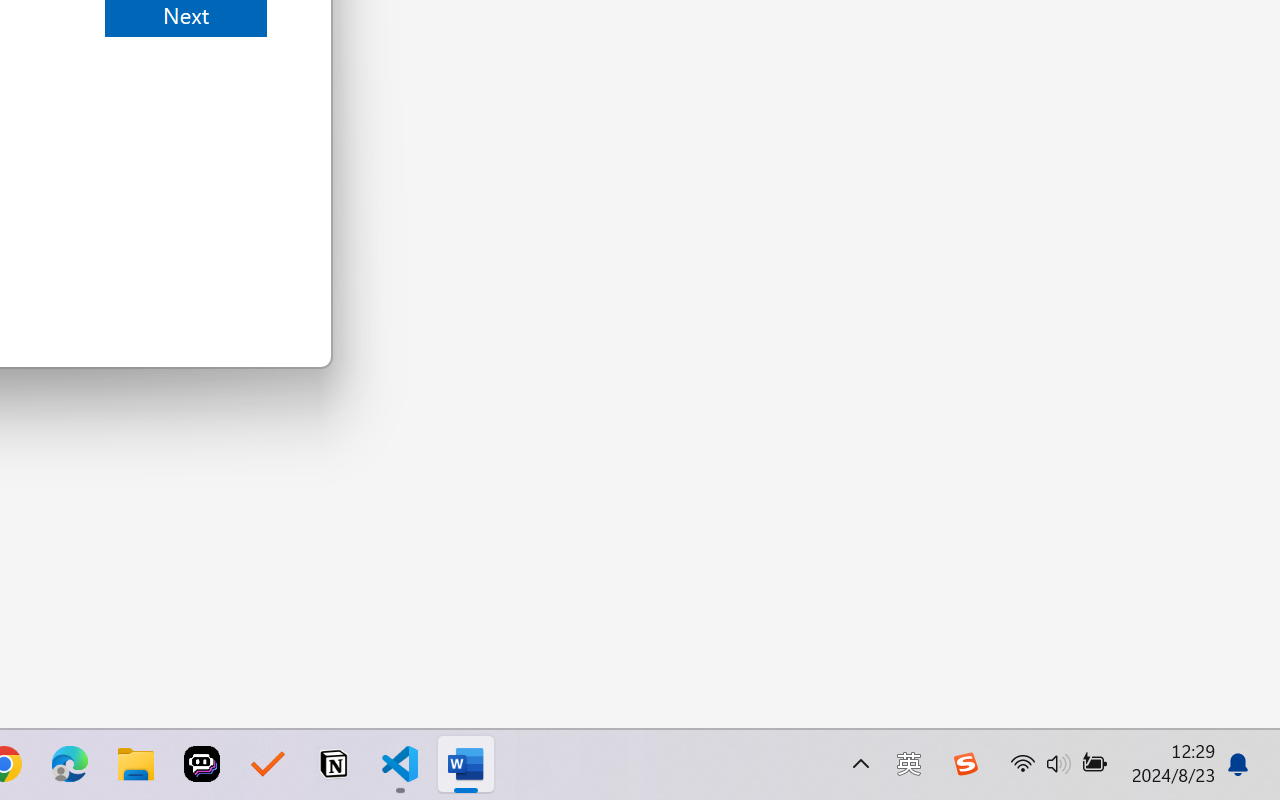 This screenshot has width=1280, height=800. Describe the element at coordinates (69, 764) in the screenshot. I see `'Microsoft Edge'` at that location.